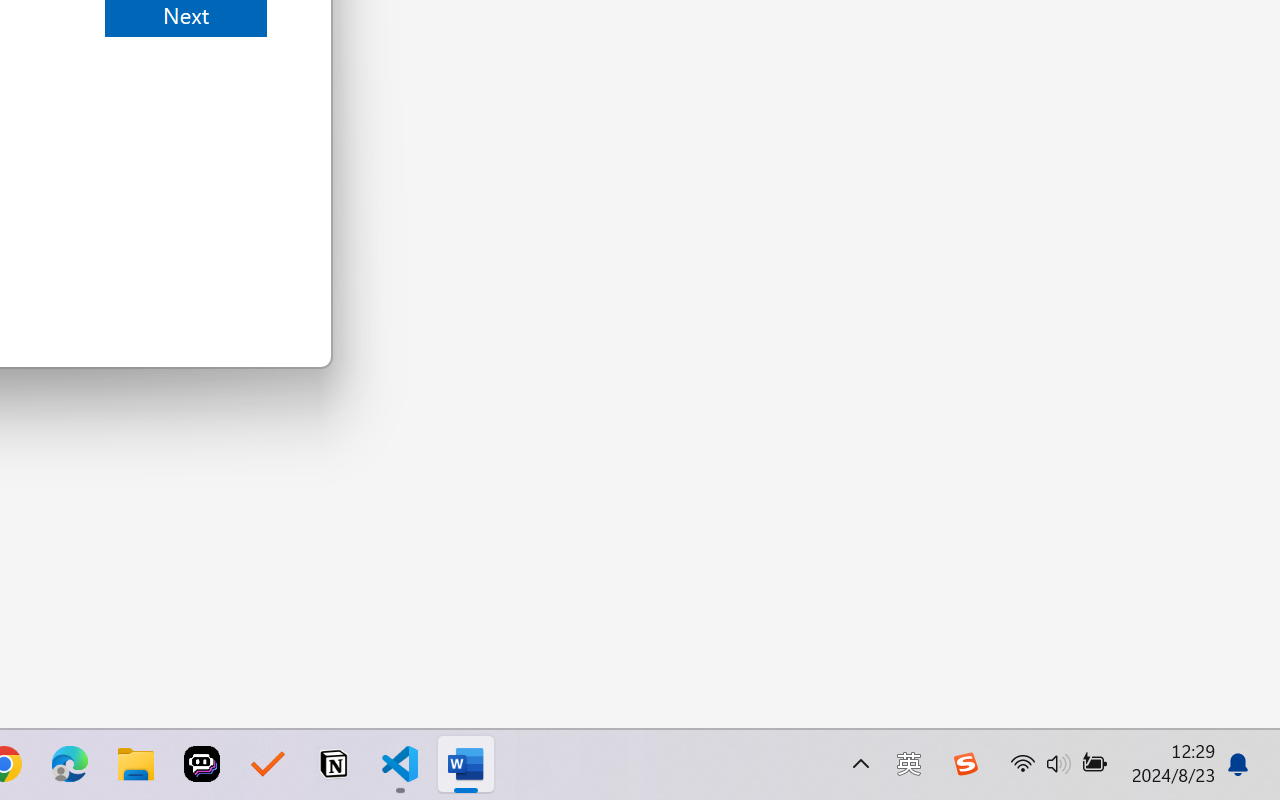 This screenshot has width=1280, height=800. Describe the element at coordinates (69, 764) in the screenshot. I see `'Microsoft Edge'` at that location.